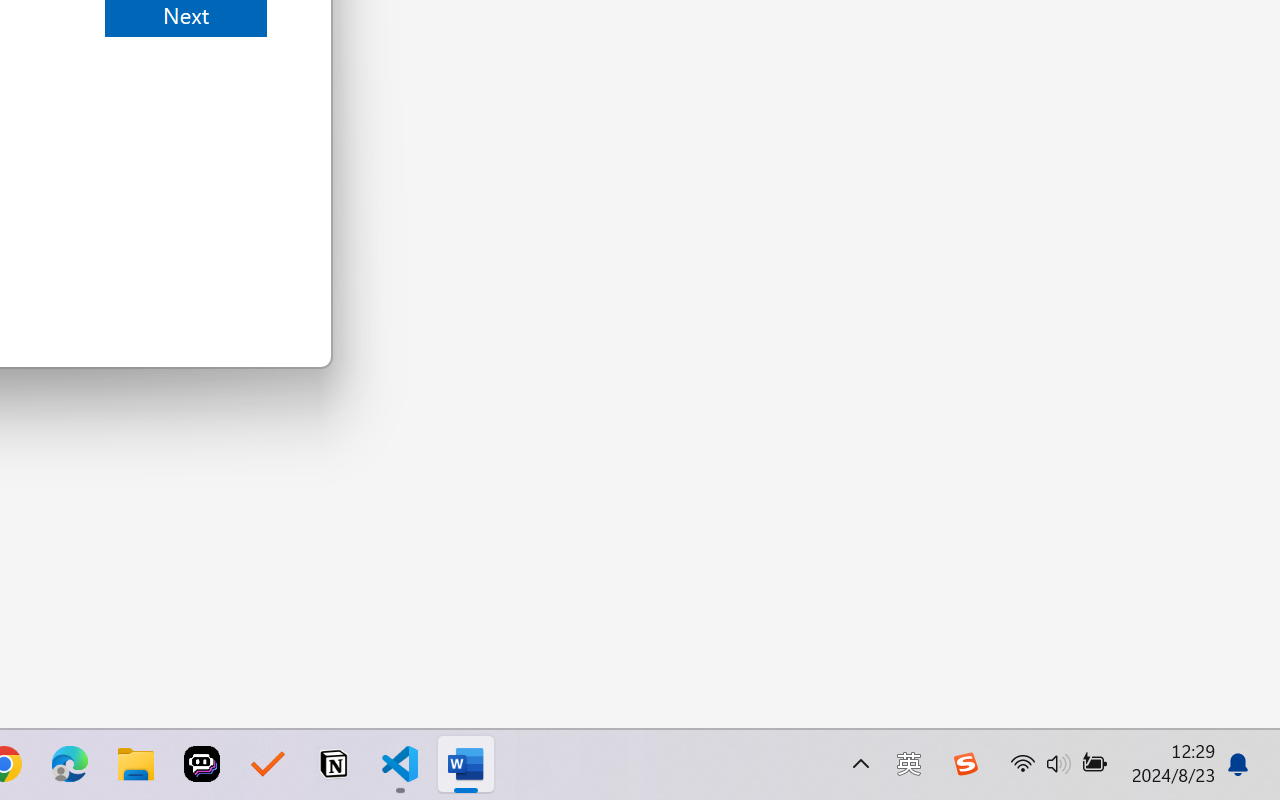 This screenshot has width=1280, height=800. Describe the element at coordinates (69, 764) in the screenshot. I see `'Microsoft Edge'` at that location.